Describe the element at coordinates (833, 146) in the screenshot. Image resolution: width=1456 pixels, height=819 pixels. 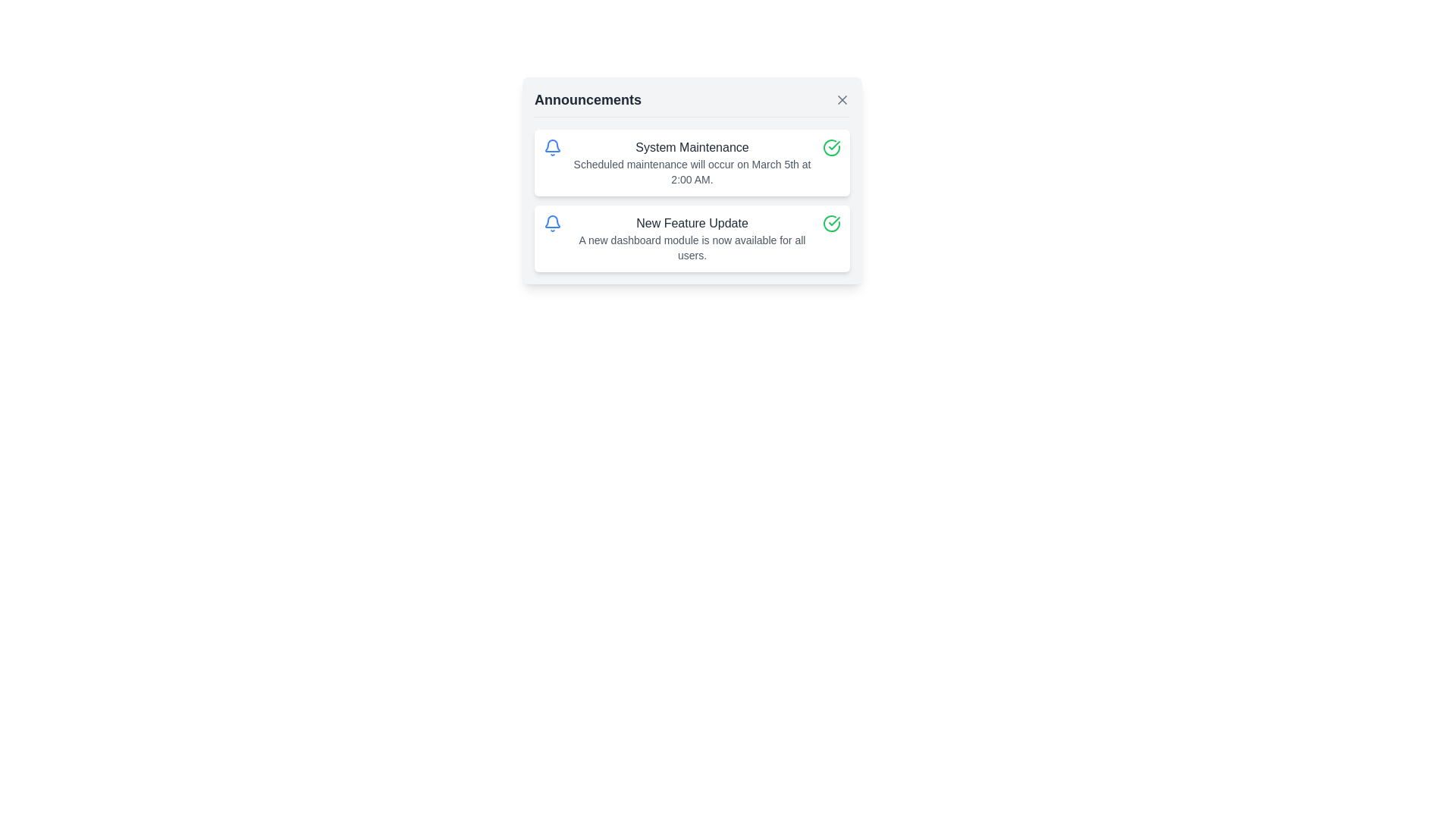
I see `the green check mark icon that confirms the message 'New Feature Update' in the 'Announcements' panel` at that location.